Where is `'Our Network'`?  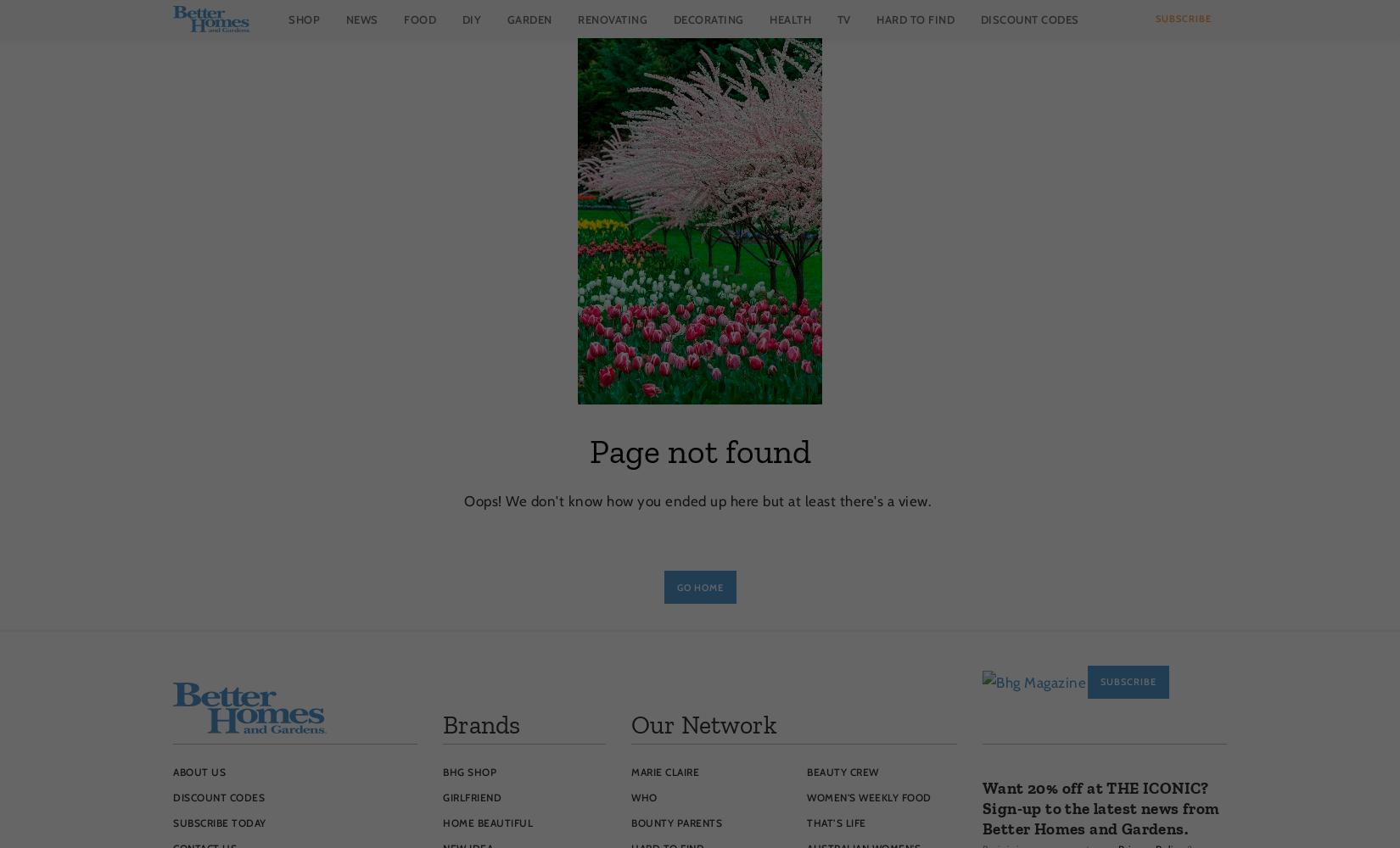
'Our Network' is located at coordinates (703, 724).